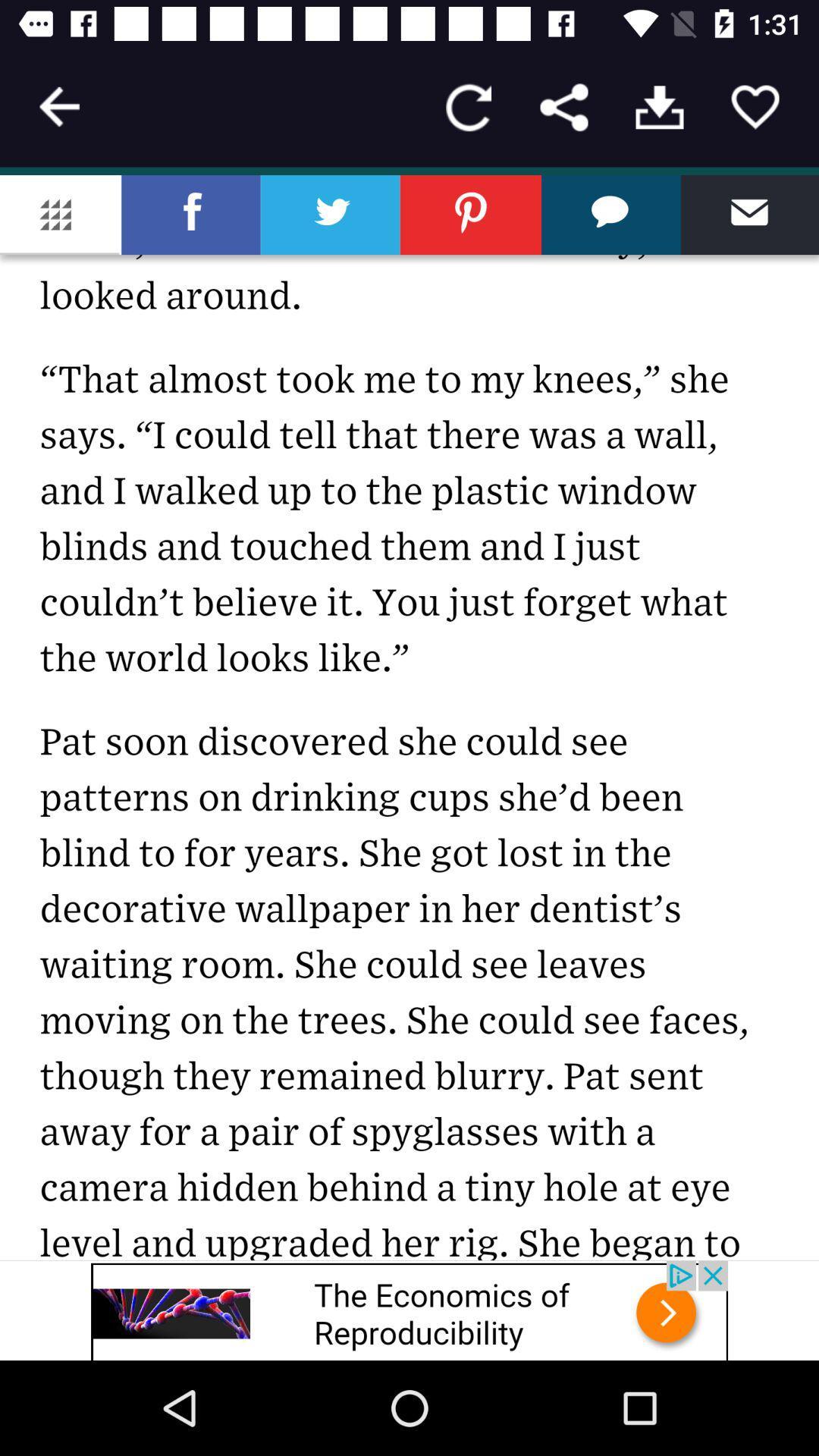 The width and height of the screenshot is (819, 1456). What do you see at coordinates (467, 106) in the screenshot?
I see `reload page` at bounding box center [467, 106].